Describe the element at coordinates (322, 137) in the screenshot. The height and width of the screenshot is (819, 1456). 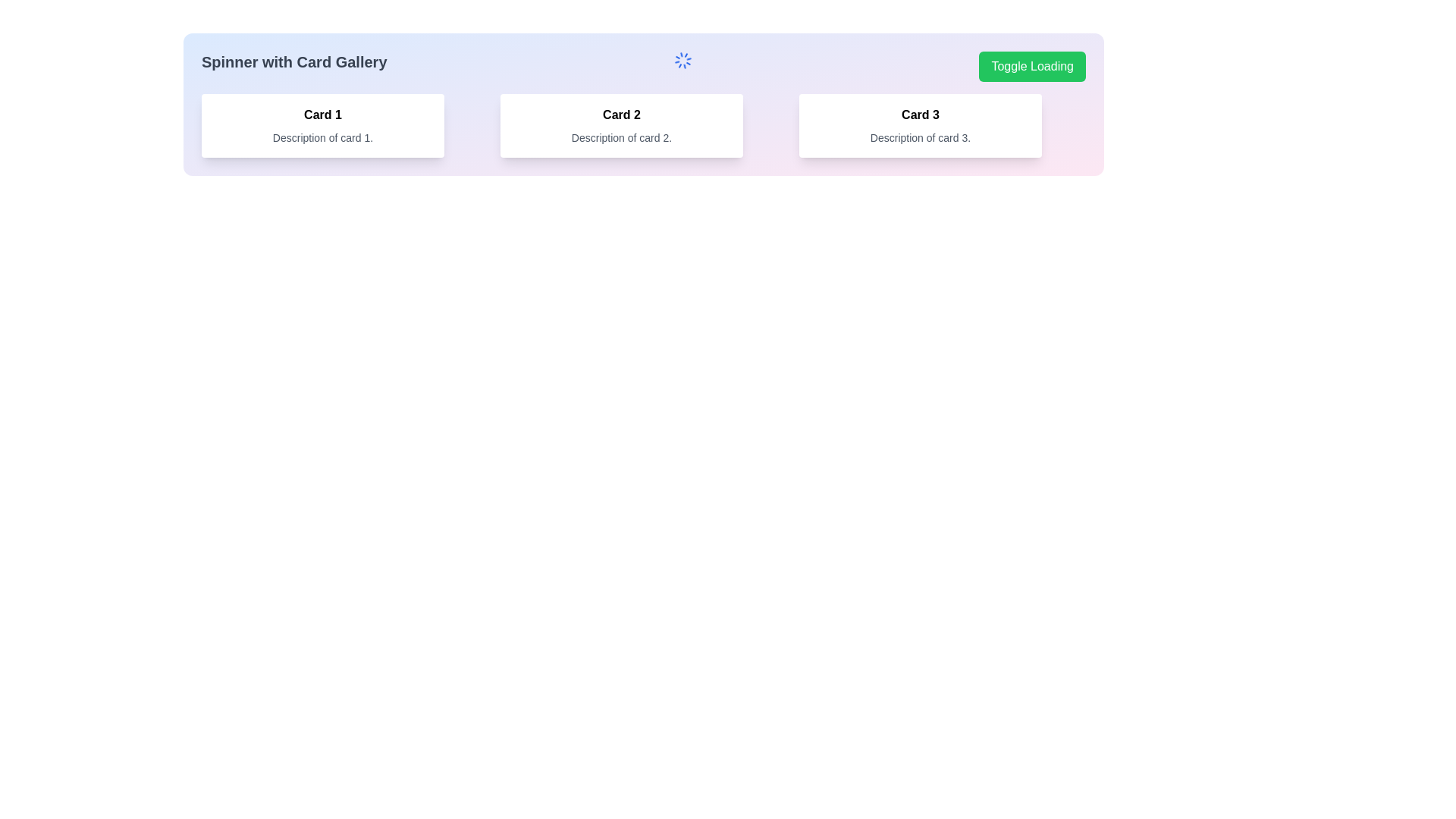
I see `the Text label situated at the bottom of 'Card 1'` at that location.